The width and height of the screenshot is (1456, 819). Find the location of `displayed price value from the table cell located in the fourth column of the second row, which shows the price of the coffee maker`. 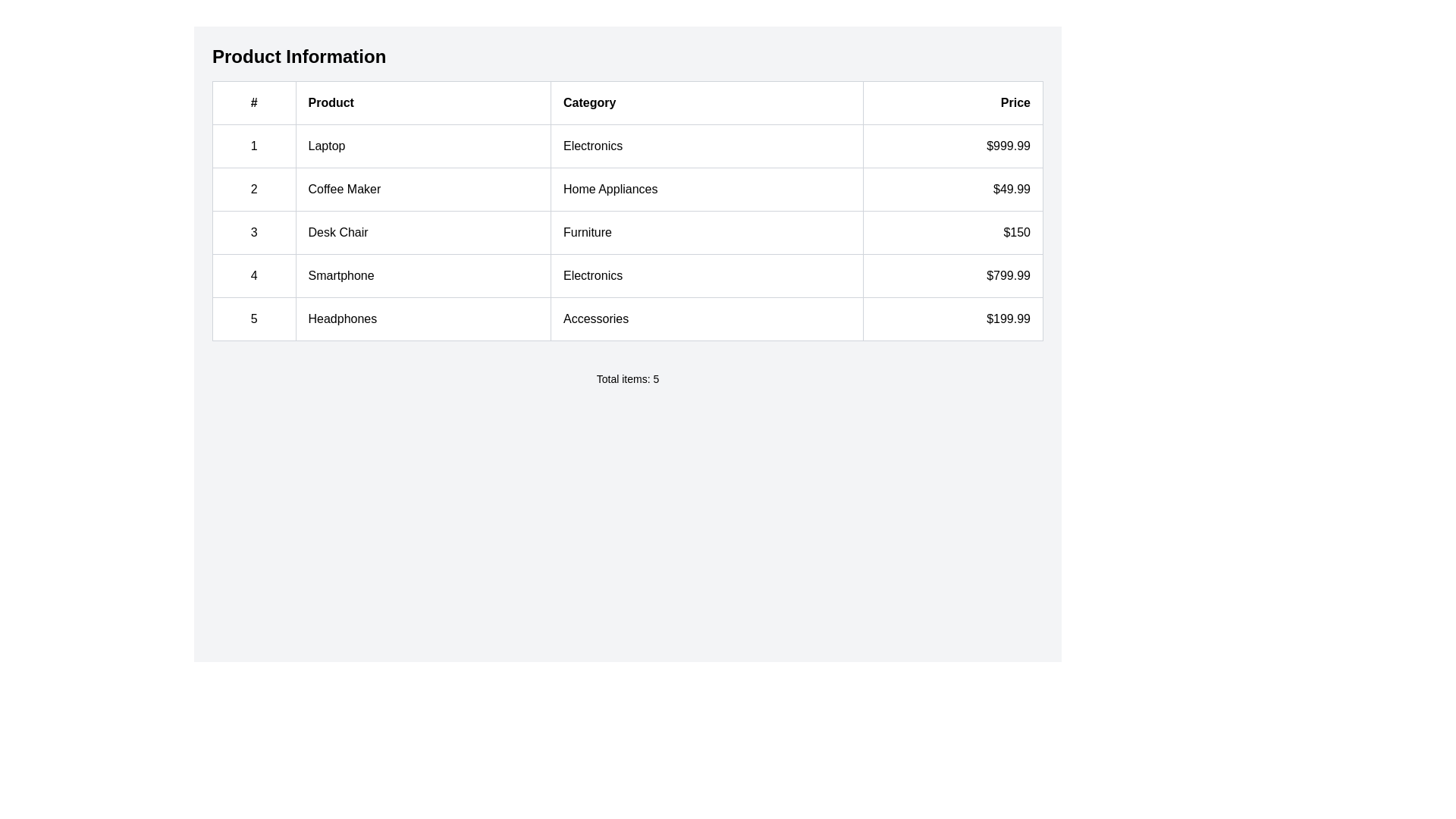

displayed price value from the table cell located in the fourth column of the second row, which shows the price of the coffee maker is located at coordinates (952, 189).